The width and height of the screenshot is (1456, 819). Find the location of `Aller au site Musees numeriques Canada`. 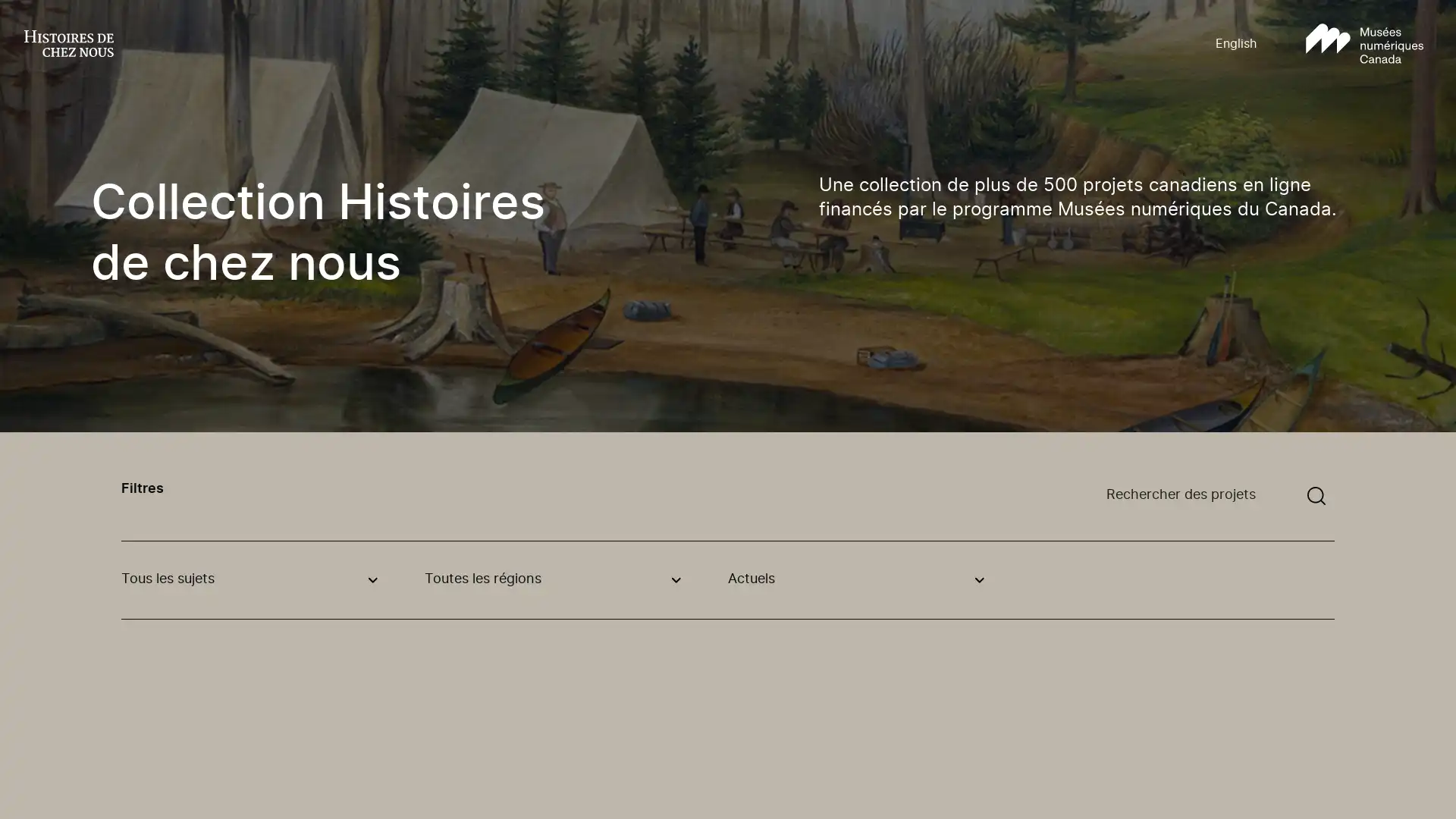

Aller au site Musees numeriques Canada is located at coordinates (1364, 43).